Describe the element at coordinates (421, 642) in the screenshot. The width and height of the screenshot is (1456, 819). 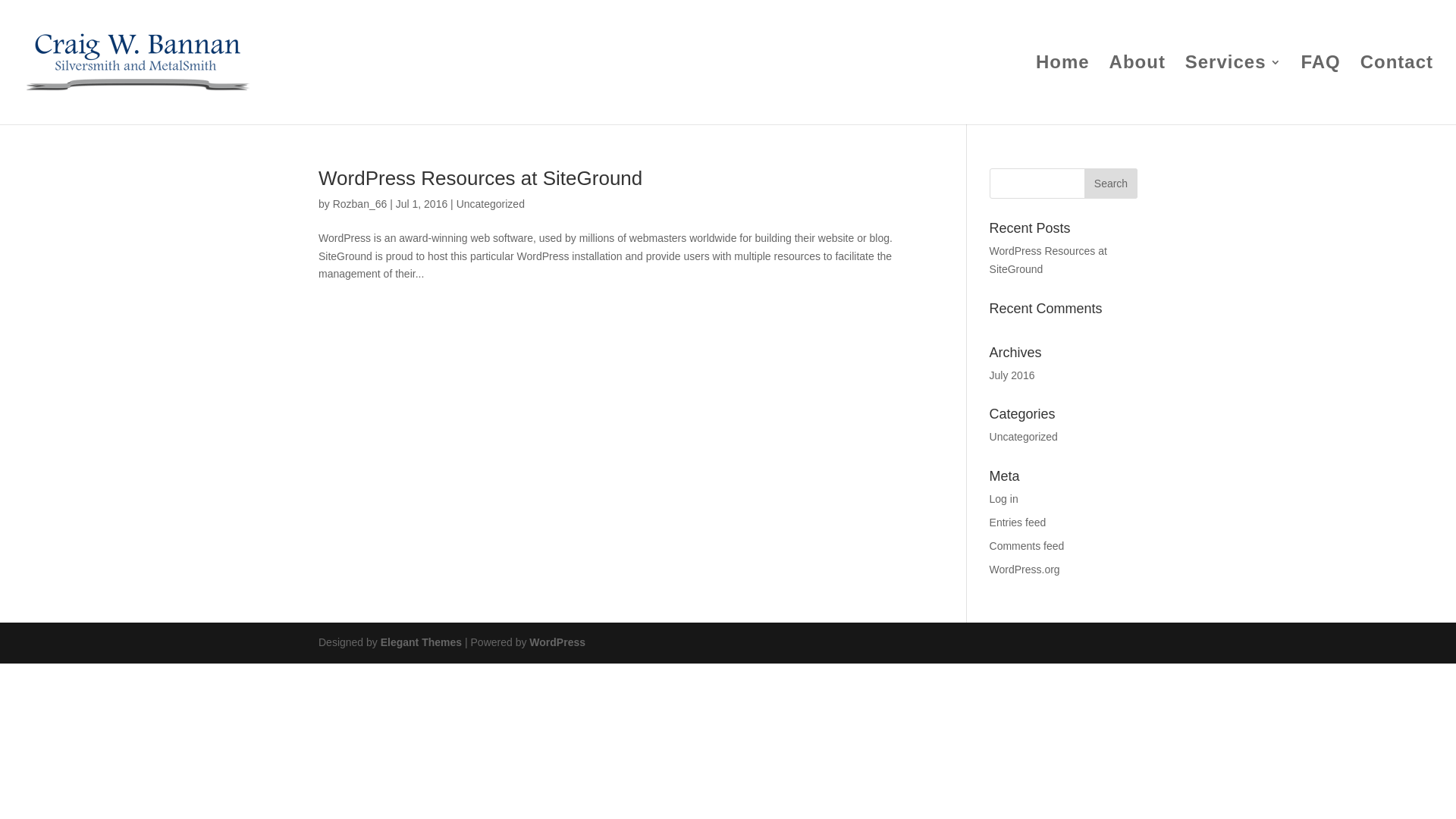
I see `'Elegant Themes'` at that location.